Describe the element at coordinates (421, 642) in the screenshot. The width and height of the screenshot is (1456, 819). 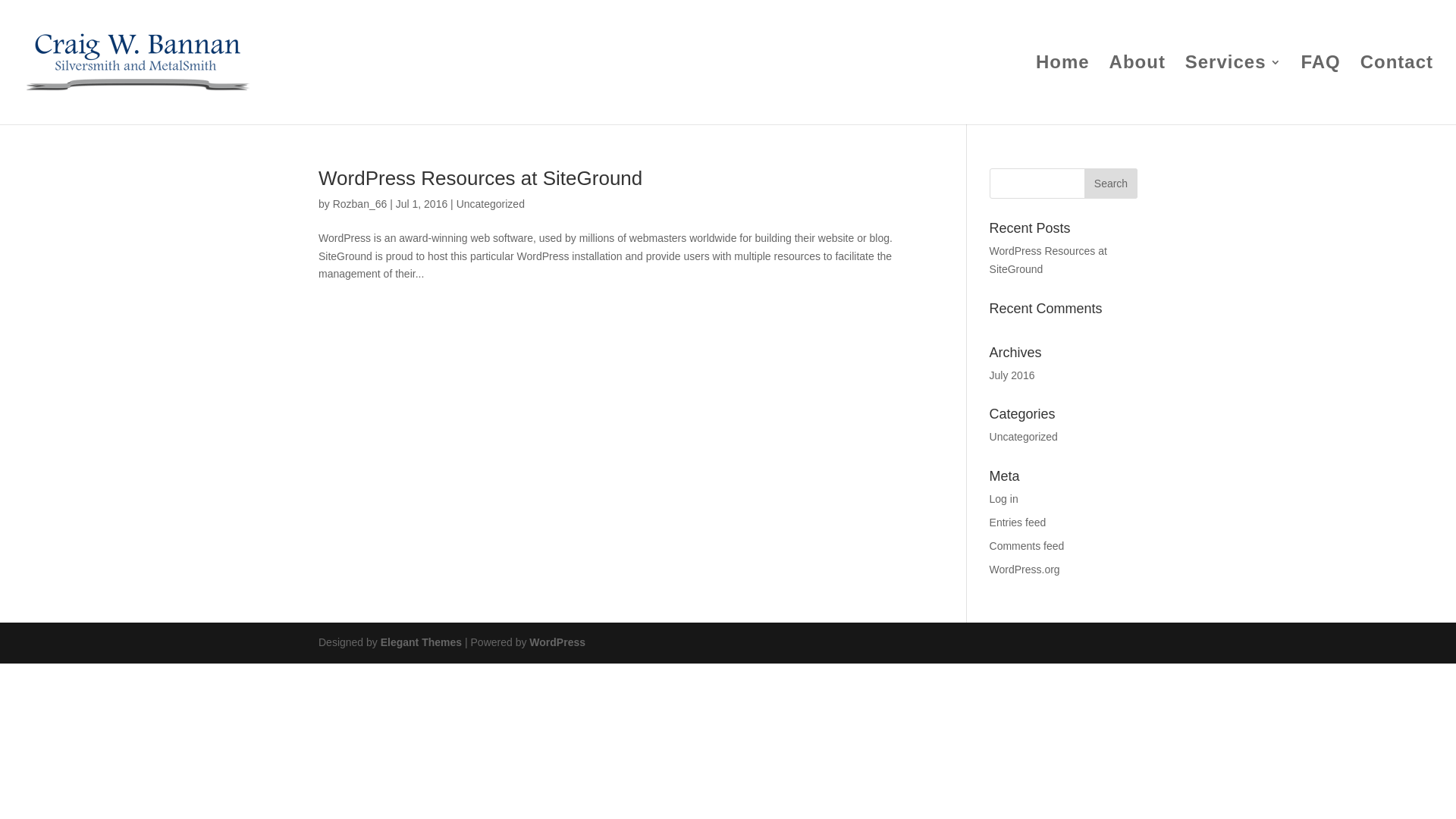
I see `'Elegant Themes'` at that location.